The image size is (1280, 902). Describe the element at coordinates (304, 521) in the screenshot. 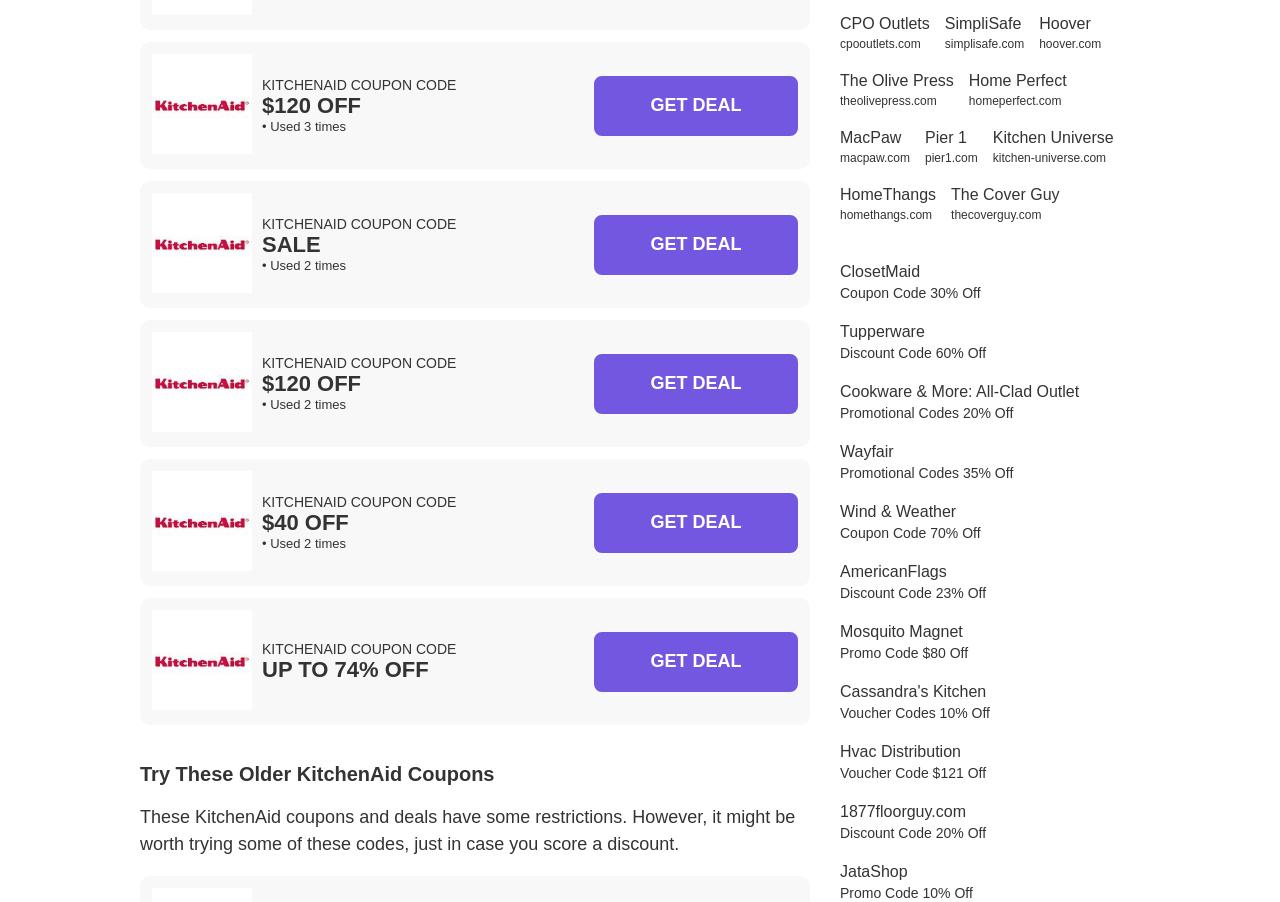

I see `'$40 Off'` at that location.